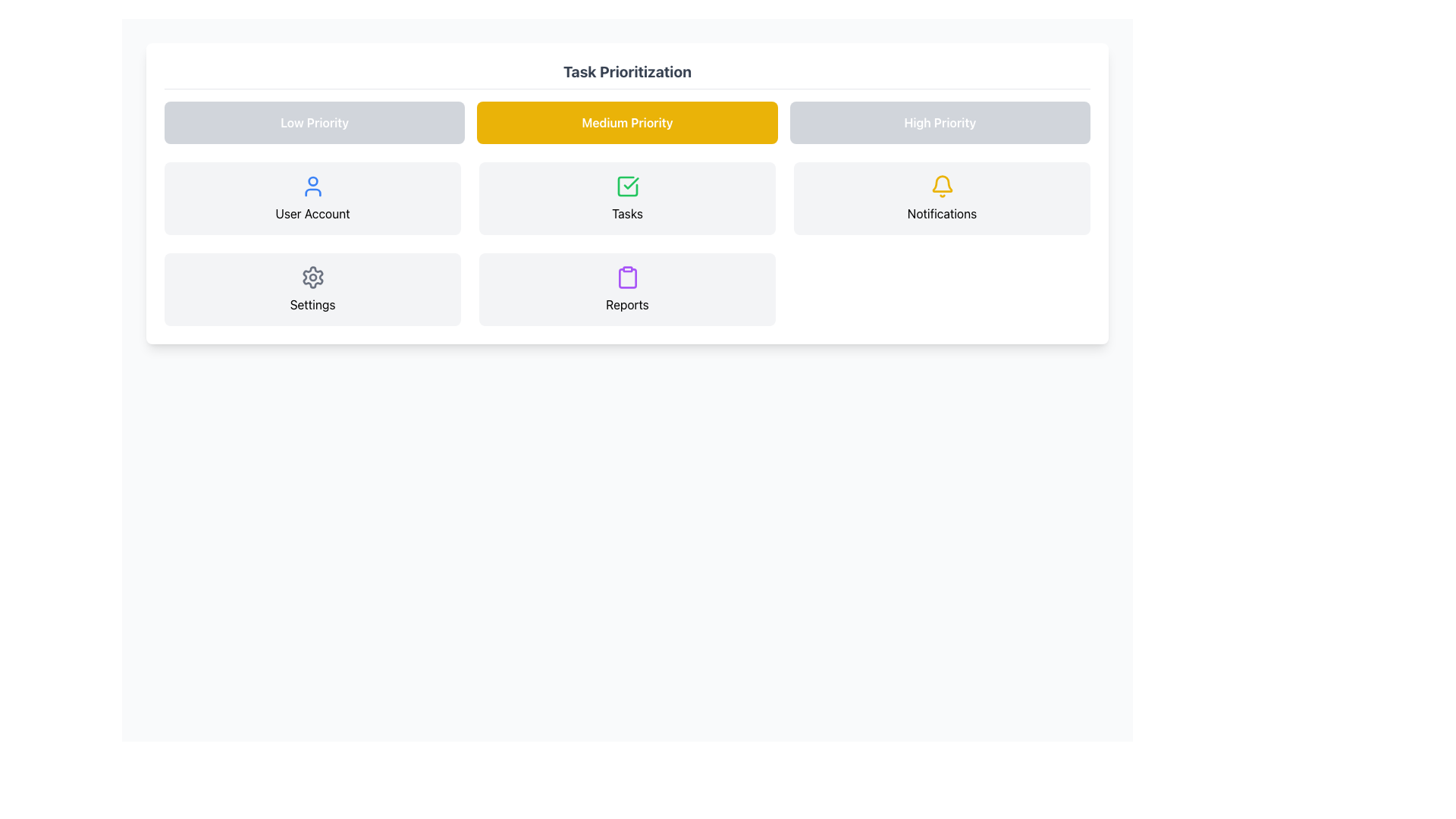 The image size is (1456, 819). I want to click on the Card-like informational UI element labeled 'Tasks', which features a green checkmark icon at the top, so click(627, 198).